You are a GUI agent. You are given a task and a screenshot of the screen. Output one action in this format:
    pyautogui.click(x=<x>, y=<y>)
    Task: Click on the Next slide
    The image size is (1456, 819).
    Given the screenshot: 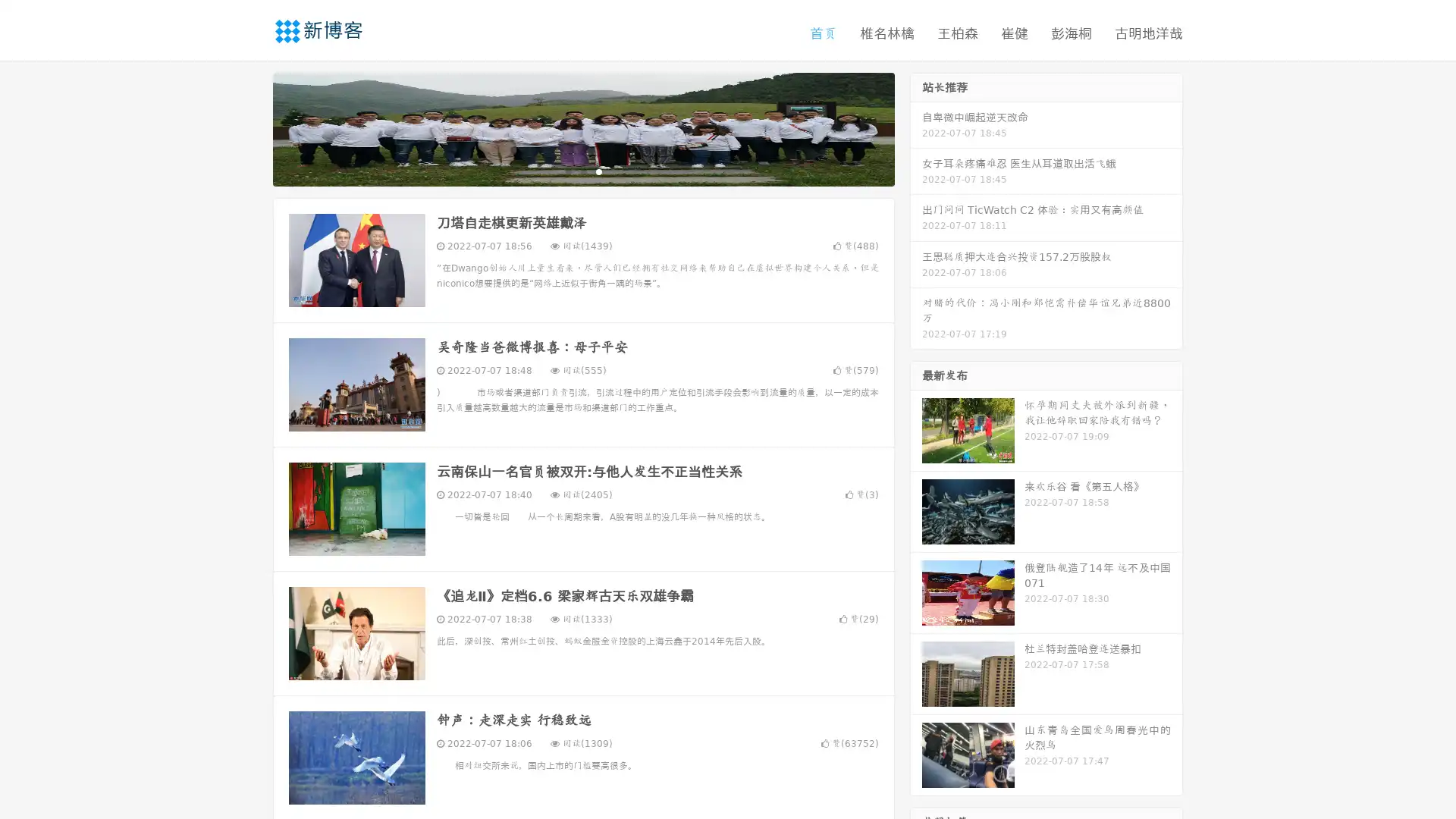 What is the action you would take?
    pyautogui.click(x=916, y=127)
    